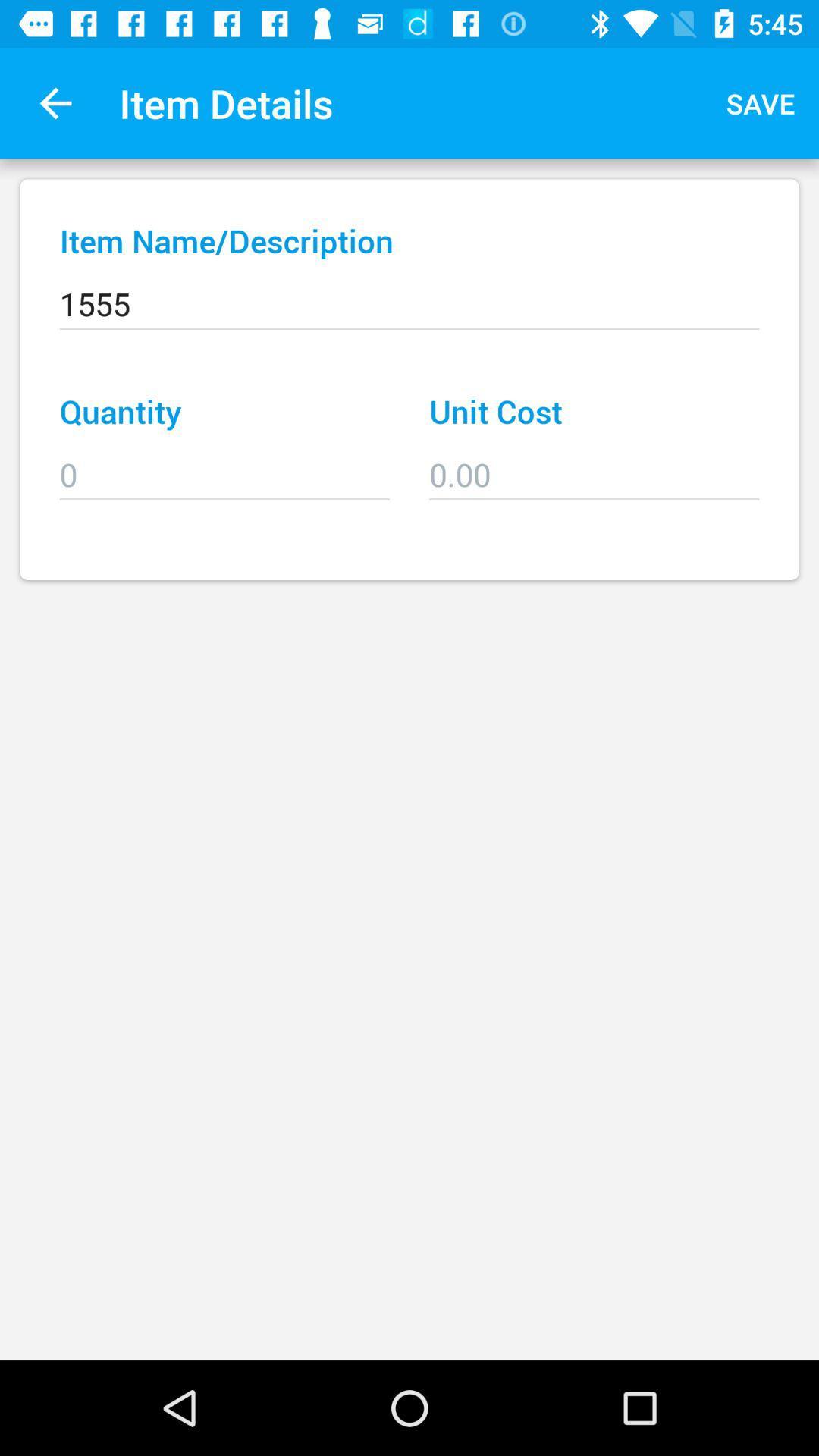 Image resolution: width=819 pixels, height=1456 pixels. What do you see at coordinates (55, 102) in the screenshot?
I see `item to the left of item details app` at bounding box center [55, 102].